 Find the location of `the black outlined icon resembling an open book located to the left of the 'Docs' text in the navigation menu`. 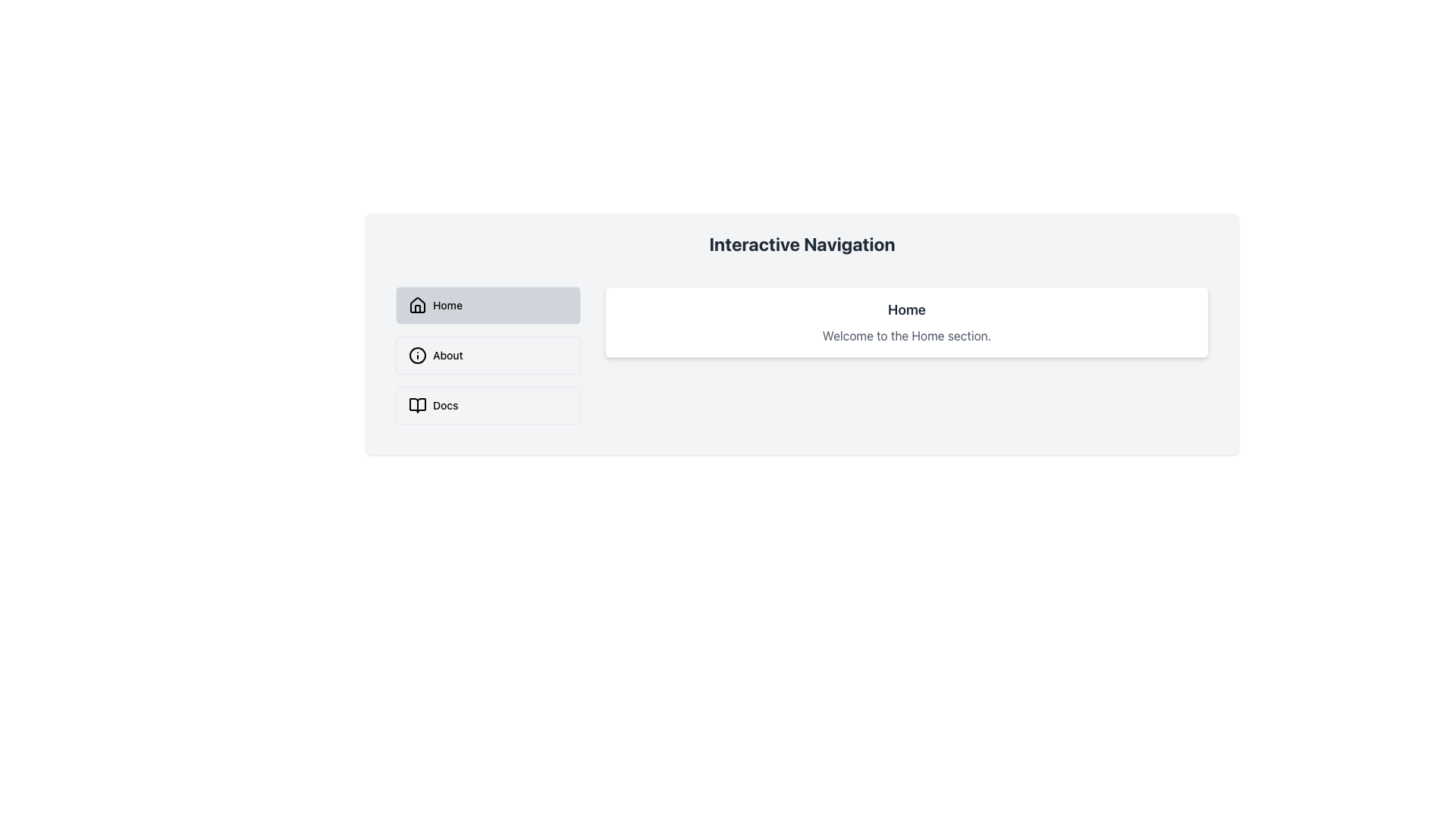

the black outlined icon resembling an open book located to the left of the 'Docs' text in the navigation menu is located at coordinates (418, 405).